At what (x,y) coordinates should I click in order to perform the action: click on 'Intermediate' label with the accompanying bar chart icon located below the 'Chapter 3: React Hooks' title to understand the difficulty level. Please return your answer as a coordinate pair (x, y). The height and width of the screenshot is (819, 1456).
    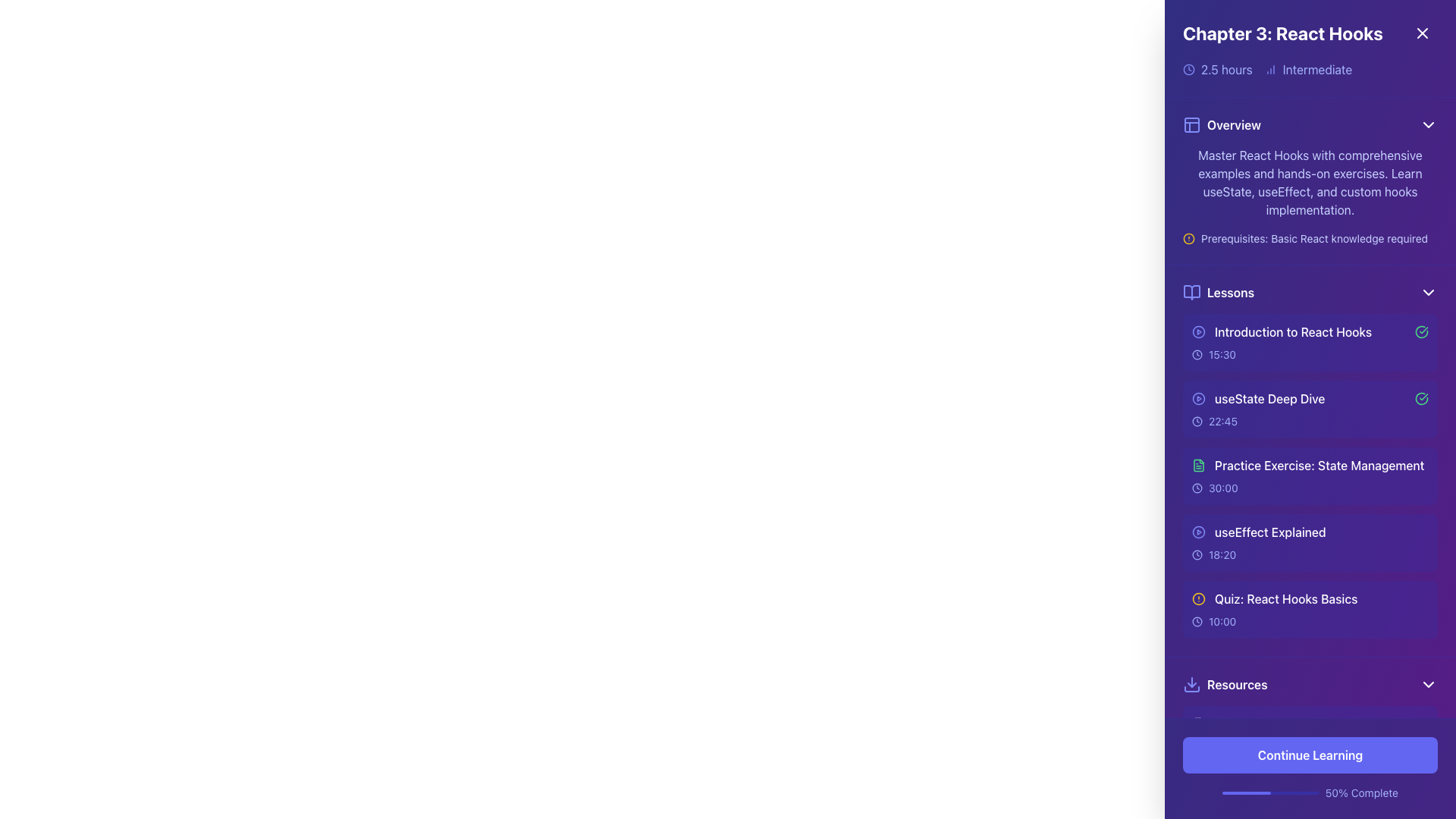
    Looking at the image, I should click on (1307, 70).